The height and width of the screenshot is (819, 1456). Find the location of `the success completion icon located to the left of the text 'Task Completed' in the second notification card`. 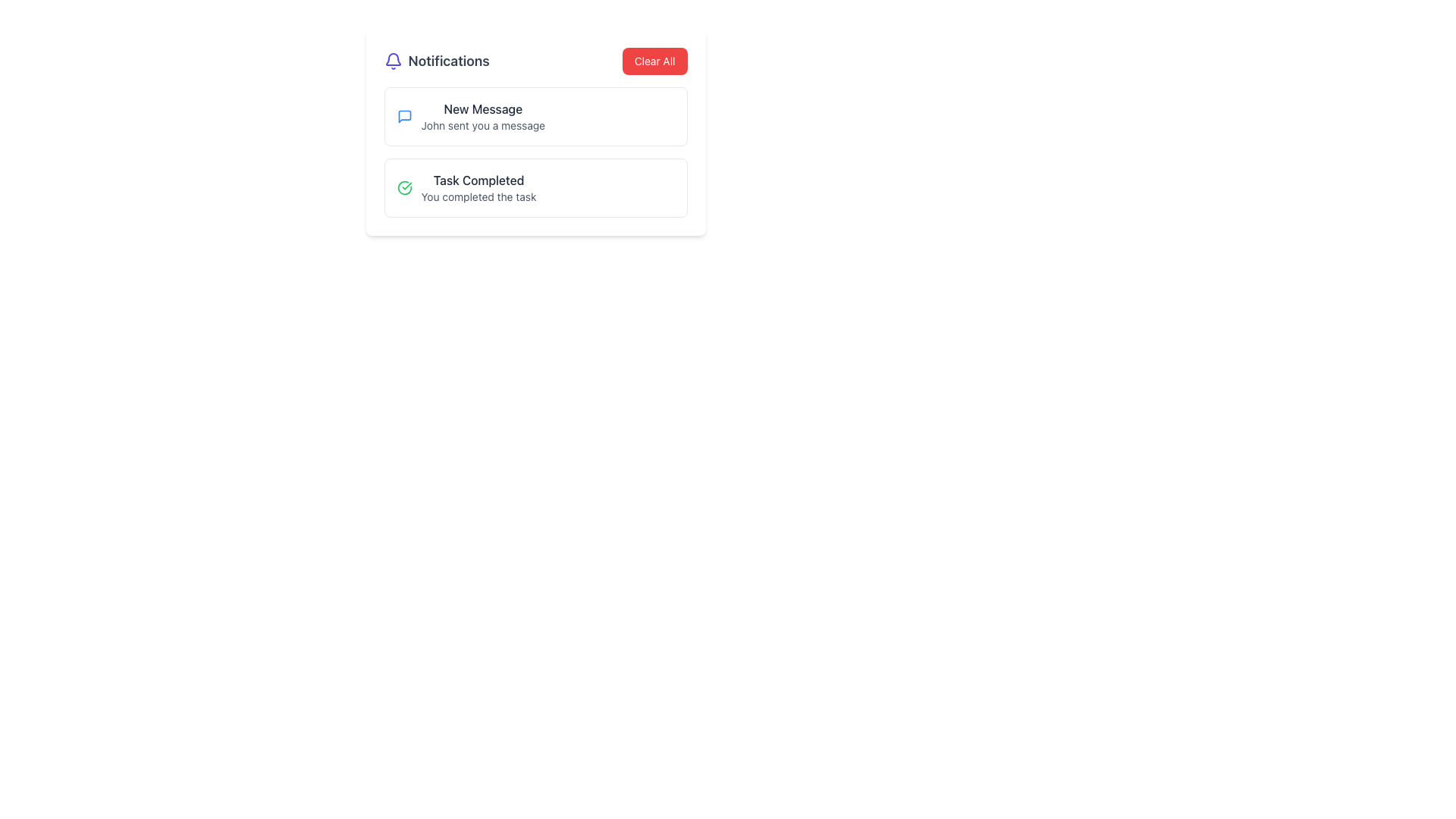

the success completion icon located to the left of the text 'Task Completed' in the second notification card is located at coordinates (404, 187).